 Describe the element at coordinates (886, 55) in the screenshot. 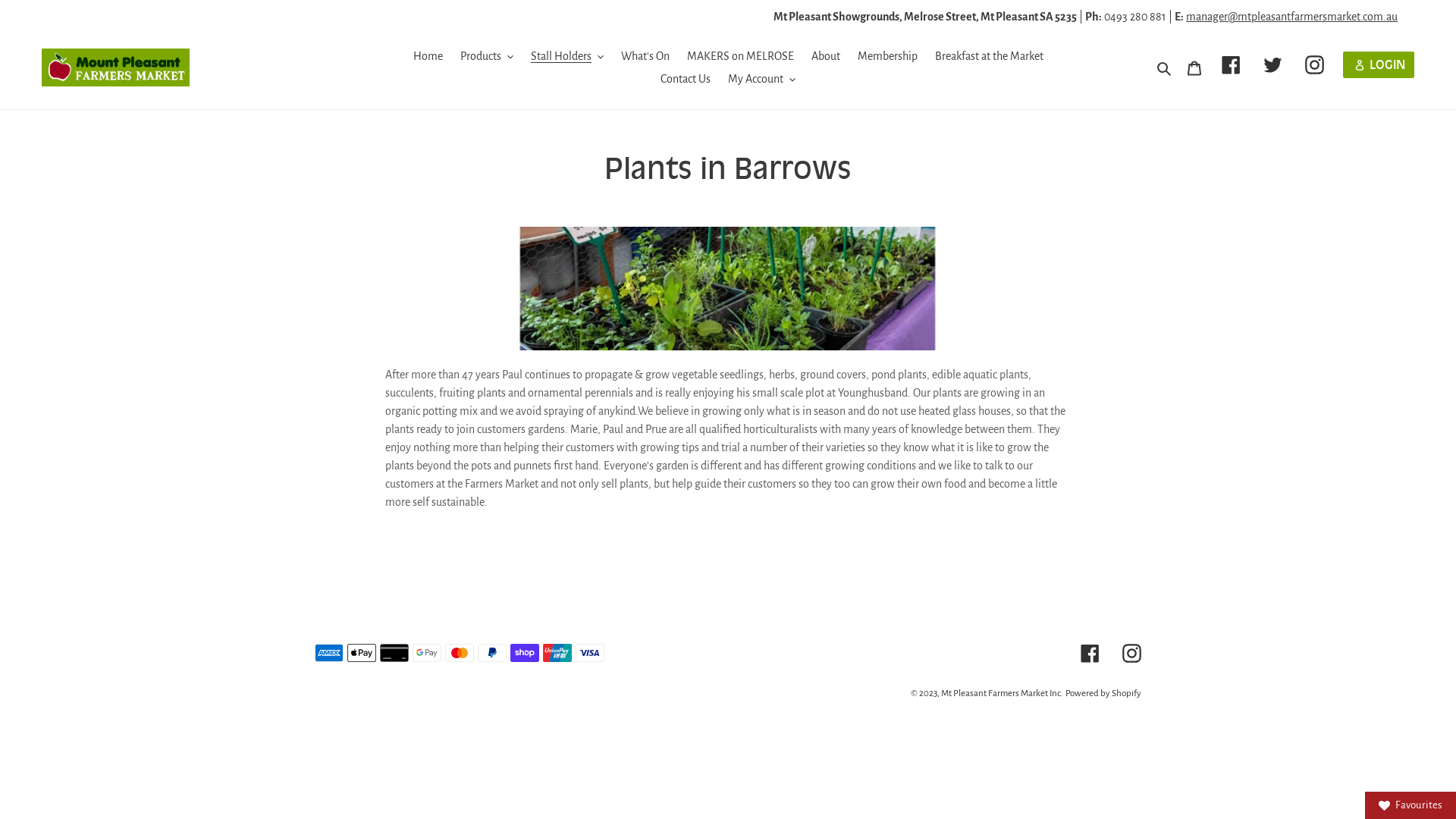

I see `'Membership'` at that location.